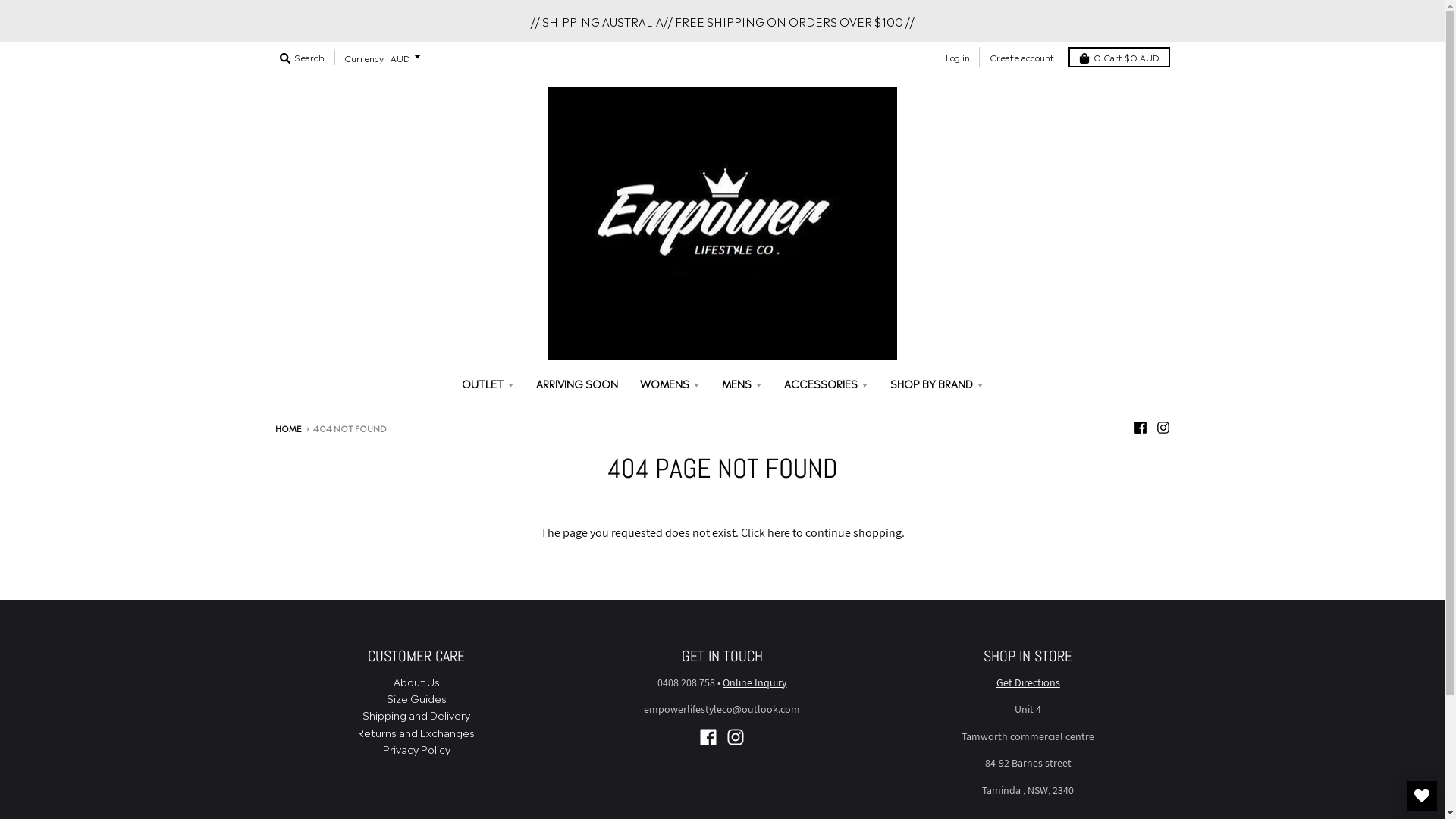  What do you see at coordinates (1421, 795) in the screenshot?
I see `'MY WISHLIST'` at bounding box center [1421, 795].